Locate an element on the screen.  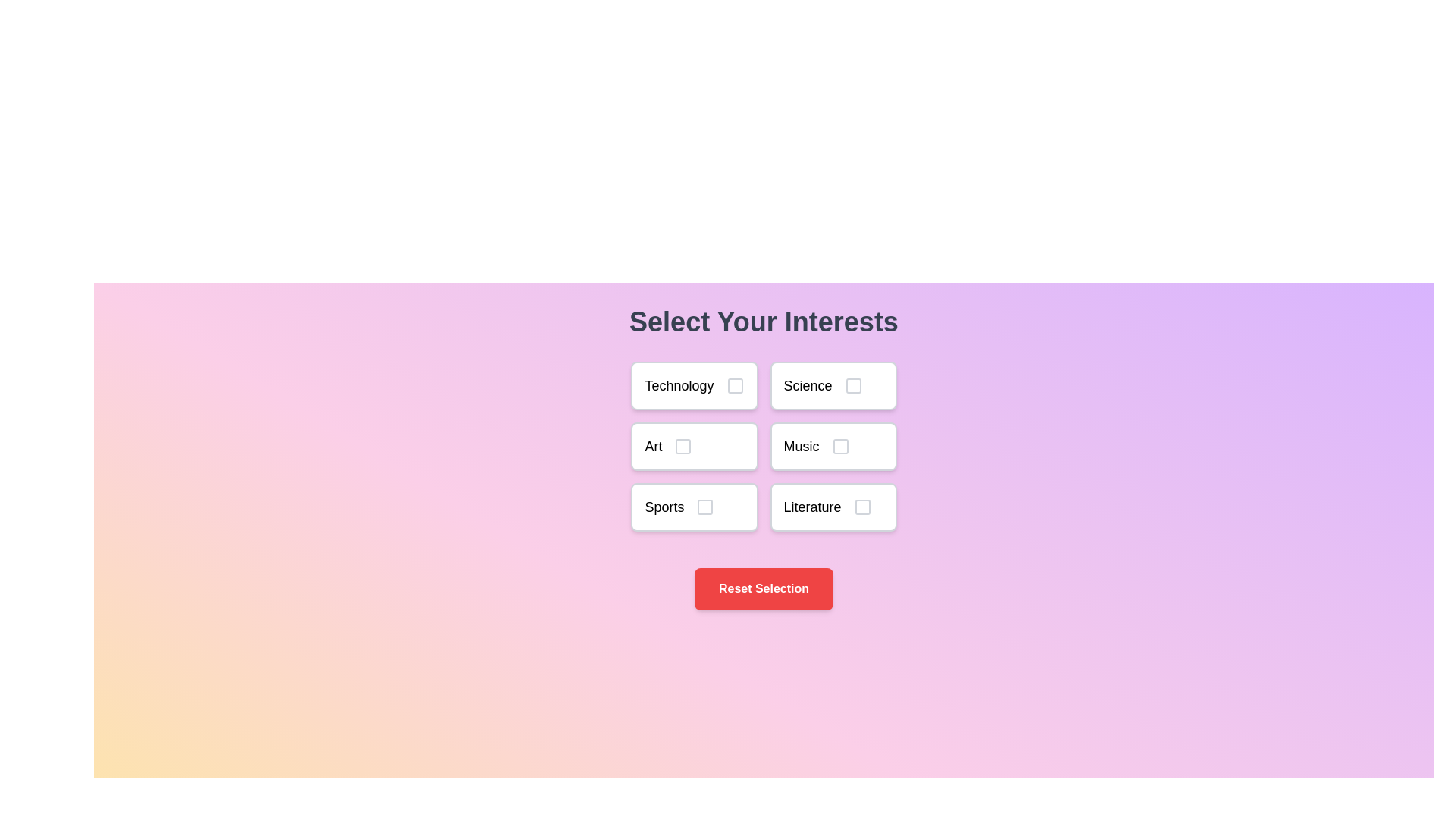
the topic Technology is located at coordinates (694, 385).